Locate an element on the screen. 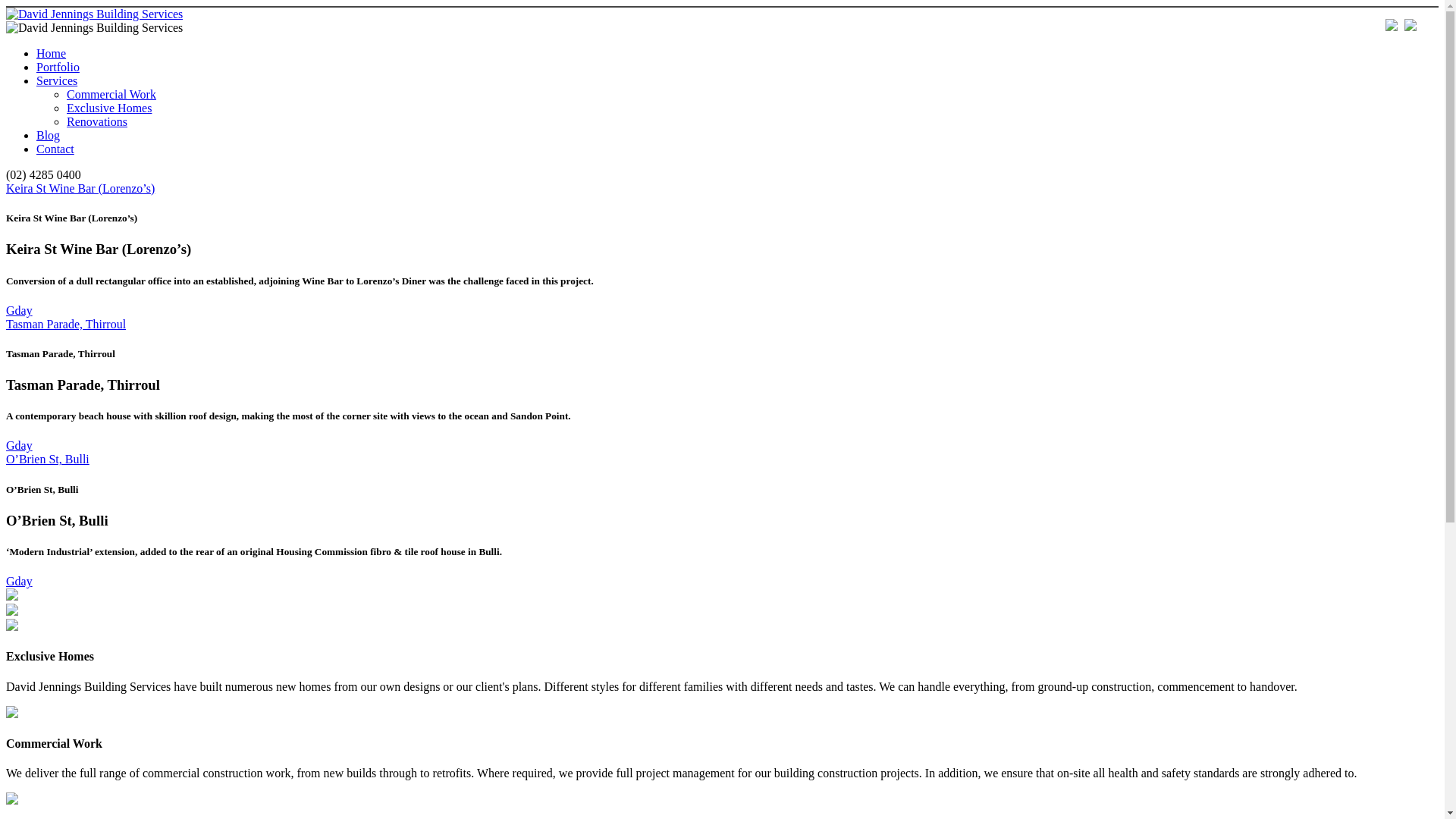 The image size is (1456, 819). 'Exclusive Homes' is located at coordinates (108, 107).